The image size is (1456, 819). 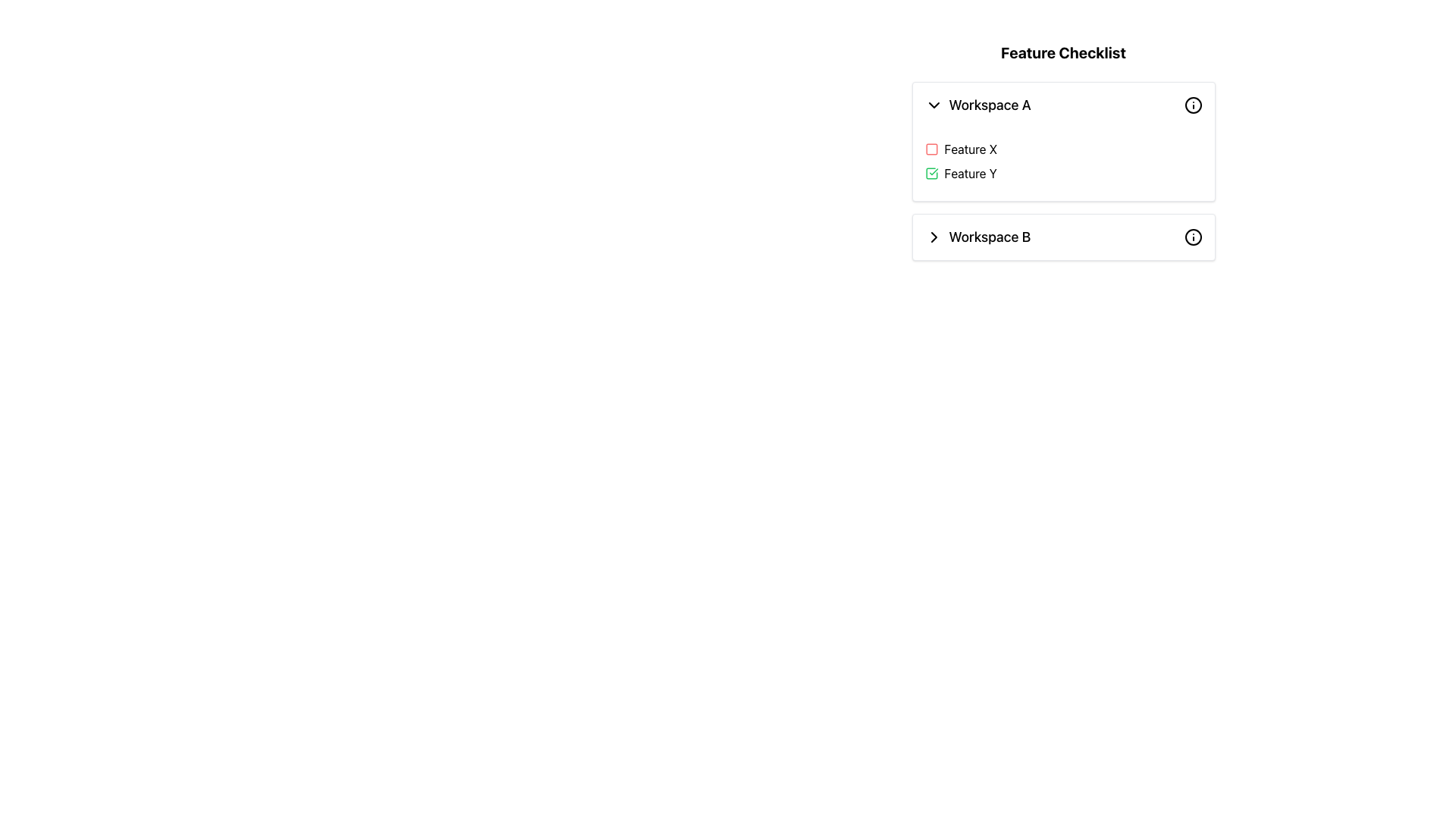 What do you see at coordinates (971, 149) in the screenshot?
I see `the static text label that indicates the associated feature for the checkbox in the 'Feature Checklist' of 'Workspace A'` at bounding box center [971, 149].